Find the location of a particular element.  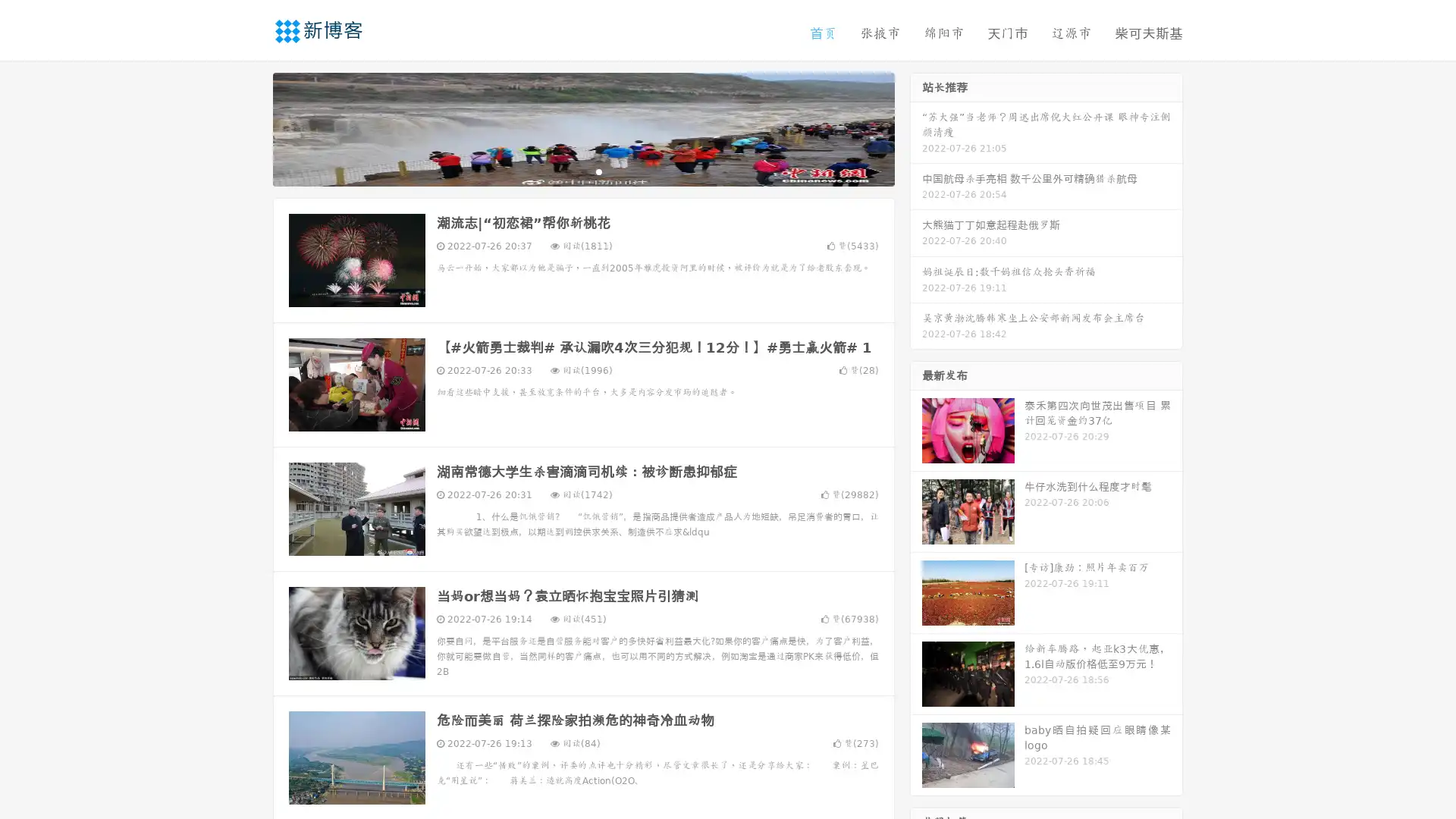

Go to slide 2 is located at coordinates (582, 171).